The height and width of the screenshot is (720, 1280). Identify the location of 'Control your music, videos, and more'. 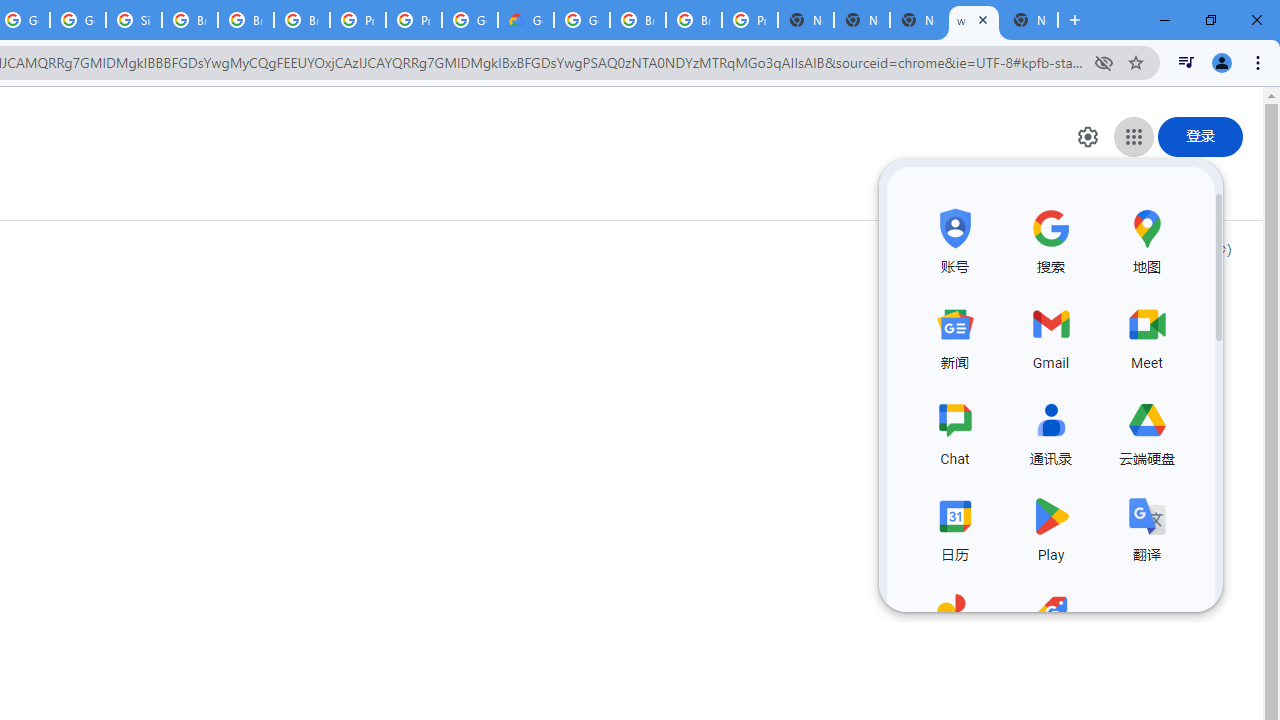
(1185, 61).